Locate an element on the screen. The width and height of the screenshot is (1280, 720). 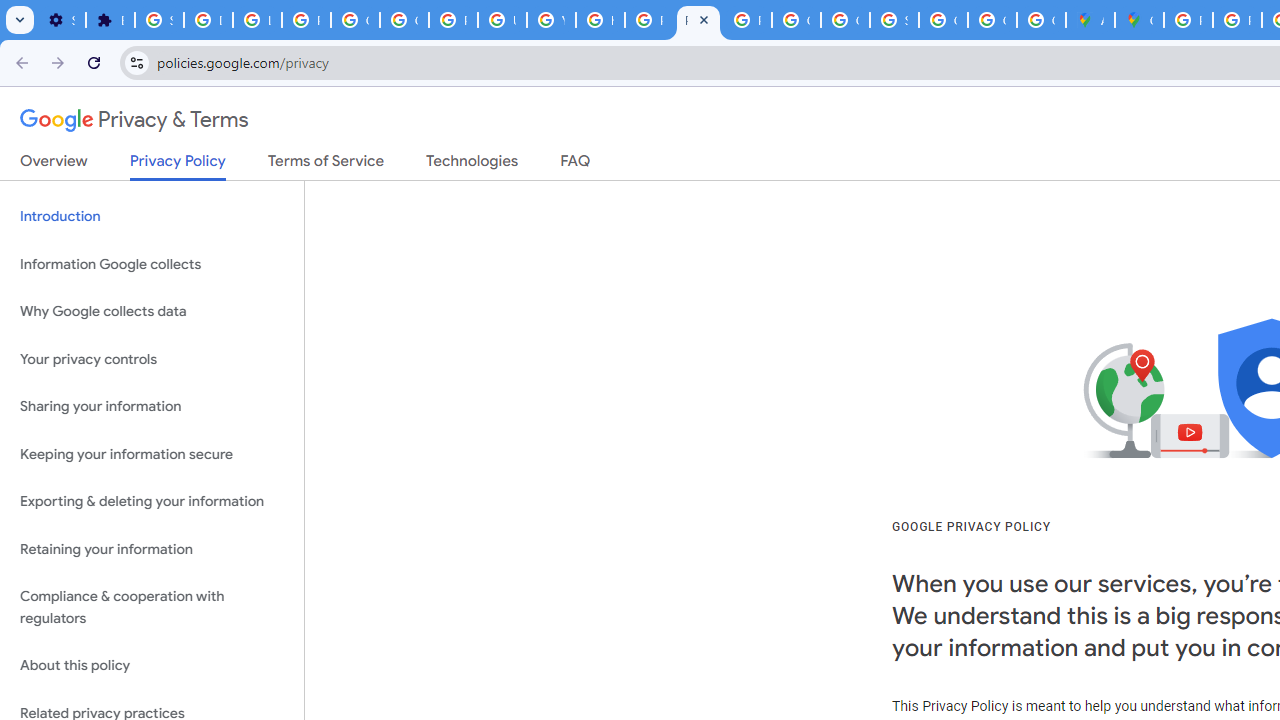
'Settings - On startup' is located at coordinates (61, 20).